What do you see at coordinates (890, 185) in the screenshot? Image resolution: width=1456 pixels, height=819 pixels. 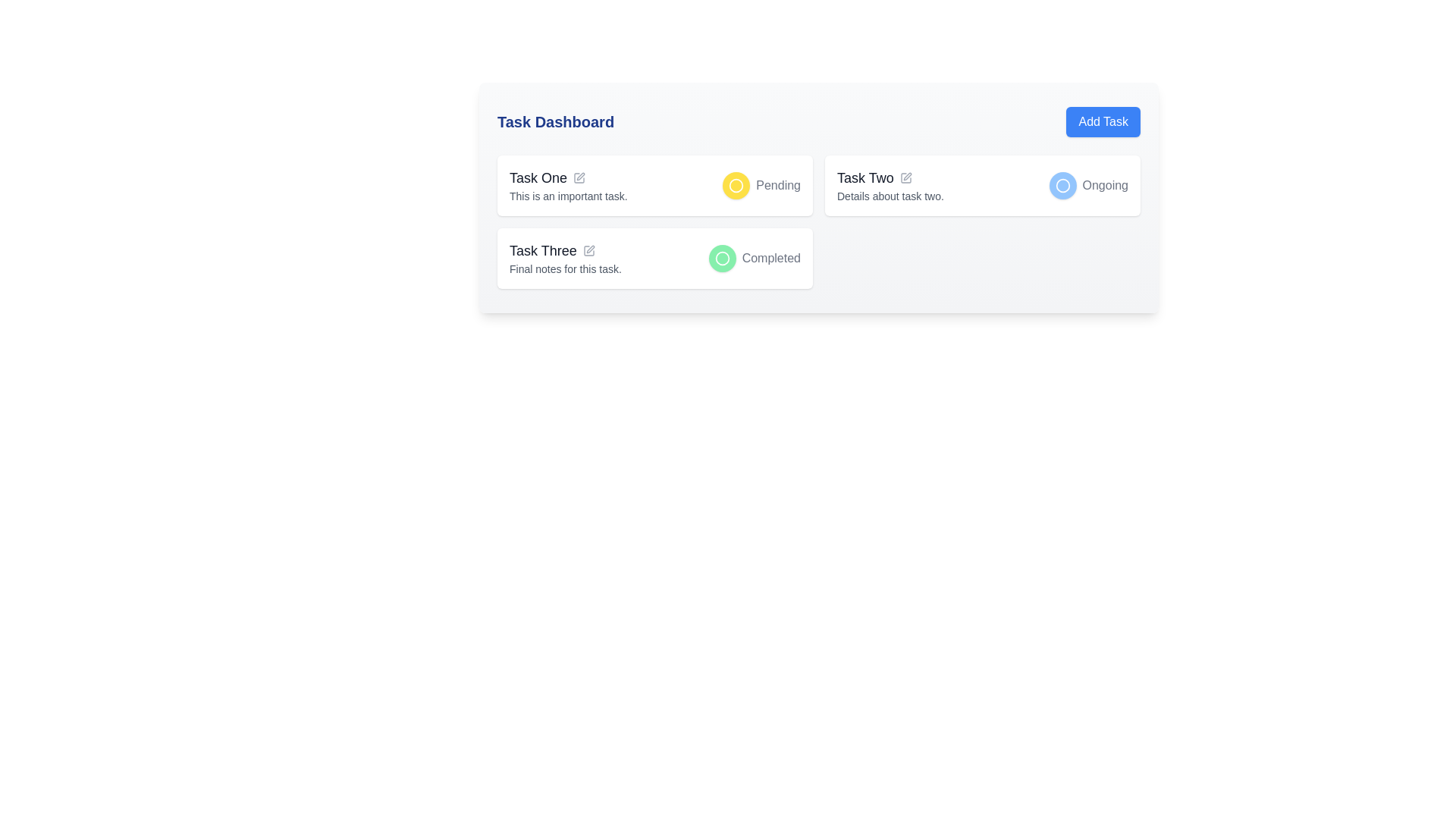 I see `the pencil icon adjacent to the title 'Task Two'` at bounding box center [890, 185].